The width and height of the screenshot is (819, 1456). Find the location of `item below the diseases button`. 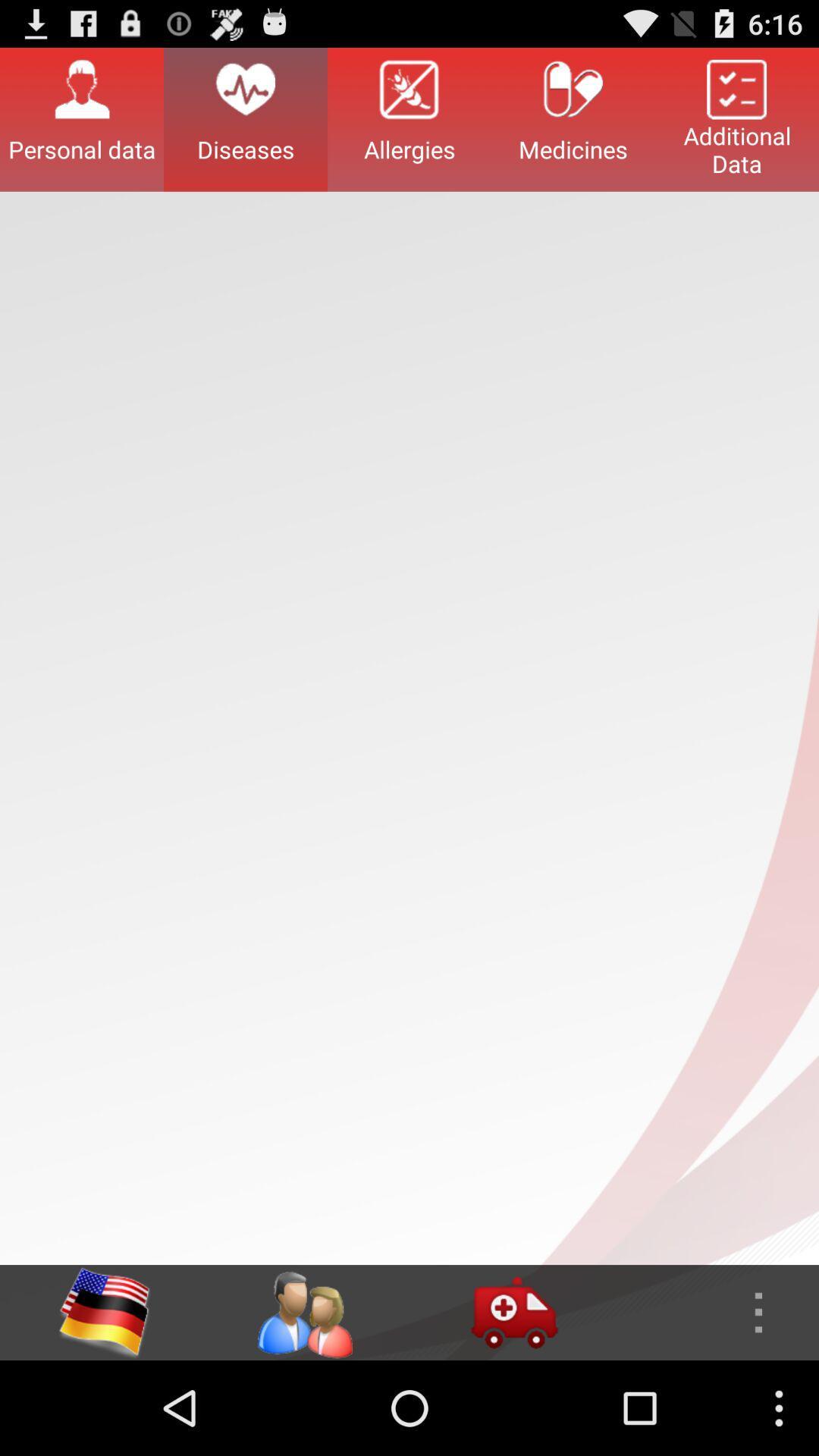

item below the diseases button is located at coordinates (304, 1312).